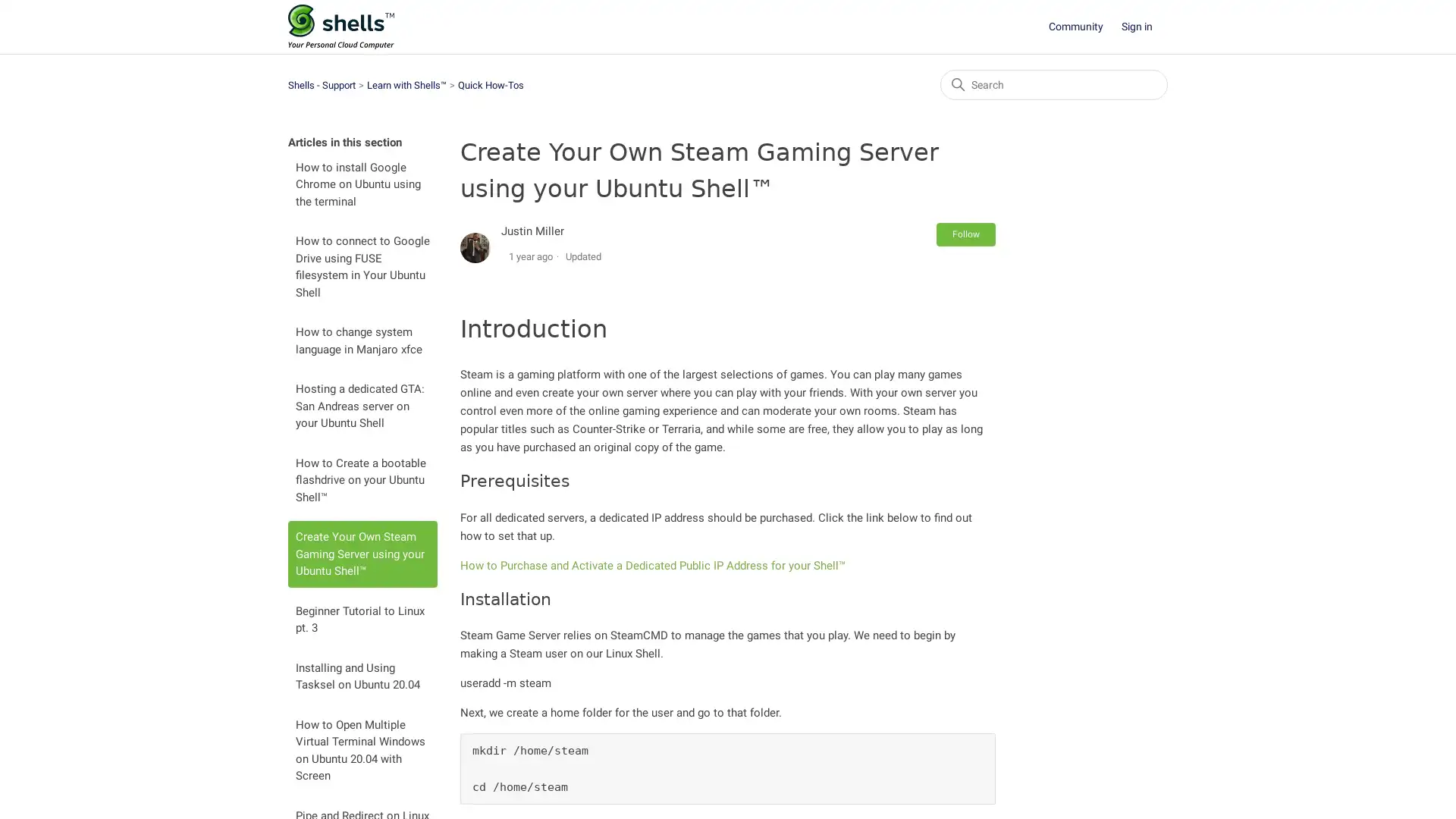 The width and height of the screenshot is (1456, 819). I want to click on Sign in, so click(1144, 27).